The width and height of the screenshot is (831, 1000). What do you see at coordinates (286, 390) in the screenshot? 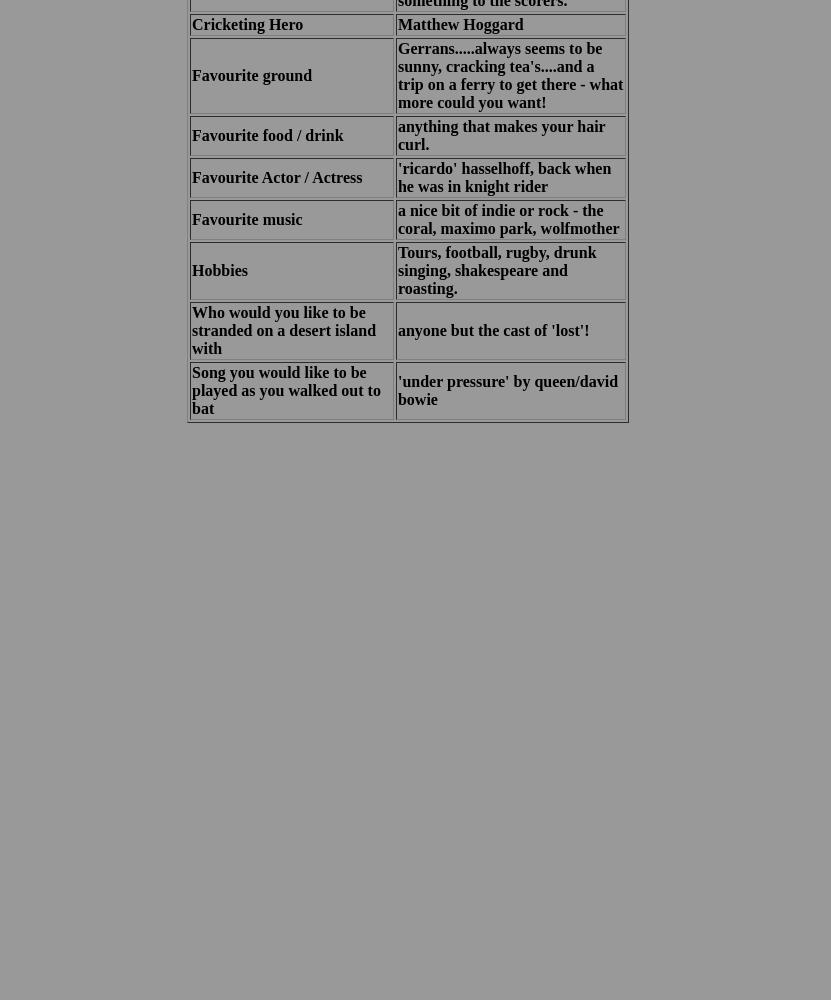
I see `'Song you would like to be played as you walked out to 
        bat'` at bounding box center [286, 390].